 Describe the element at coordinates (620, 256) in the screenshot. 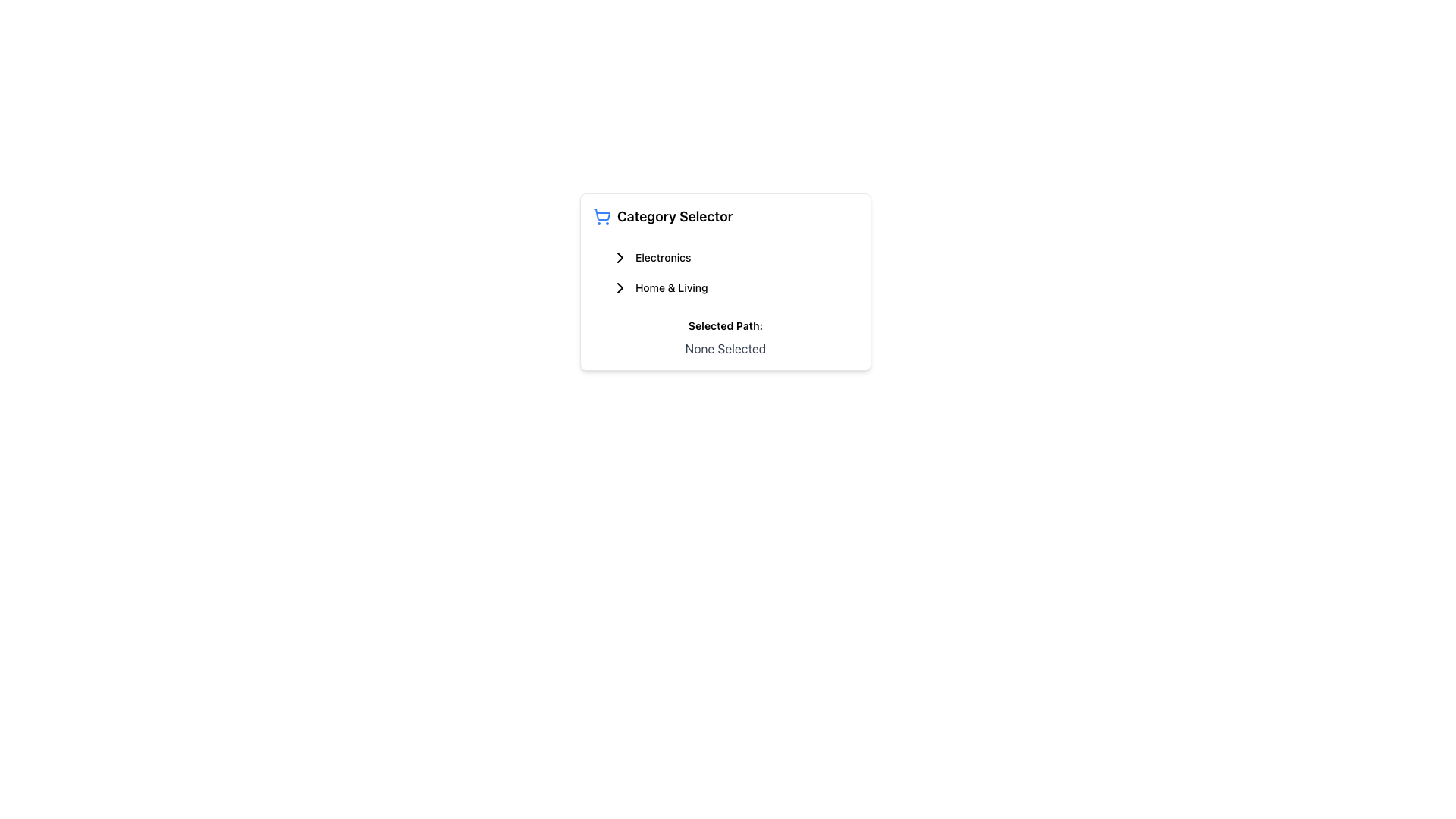

I see `the right-pointing chevron arrow icon located adjacent to the text 'Home & Living'` at that location.